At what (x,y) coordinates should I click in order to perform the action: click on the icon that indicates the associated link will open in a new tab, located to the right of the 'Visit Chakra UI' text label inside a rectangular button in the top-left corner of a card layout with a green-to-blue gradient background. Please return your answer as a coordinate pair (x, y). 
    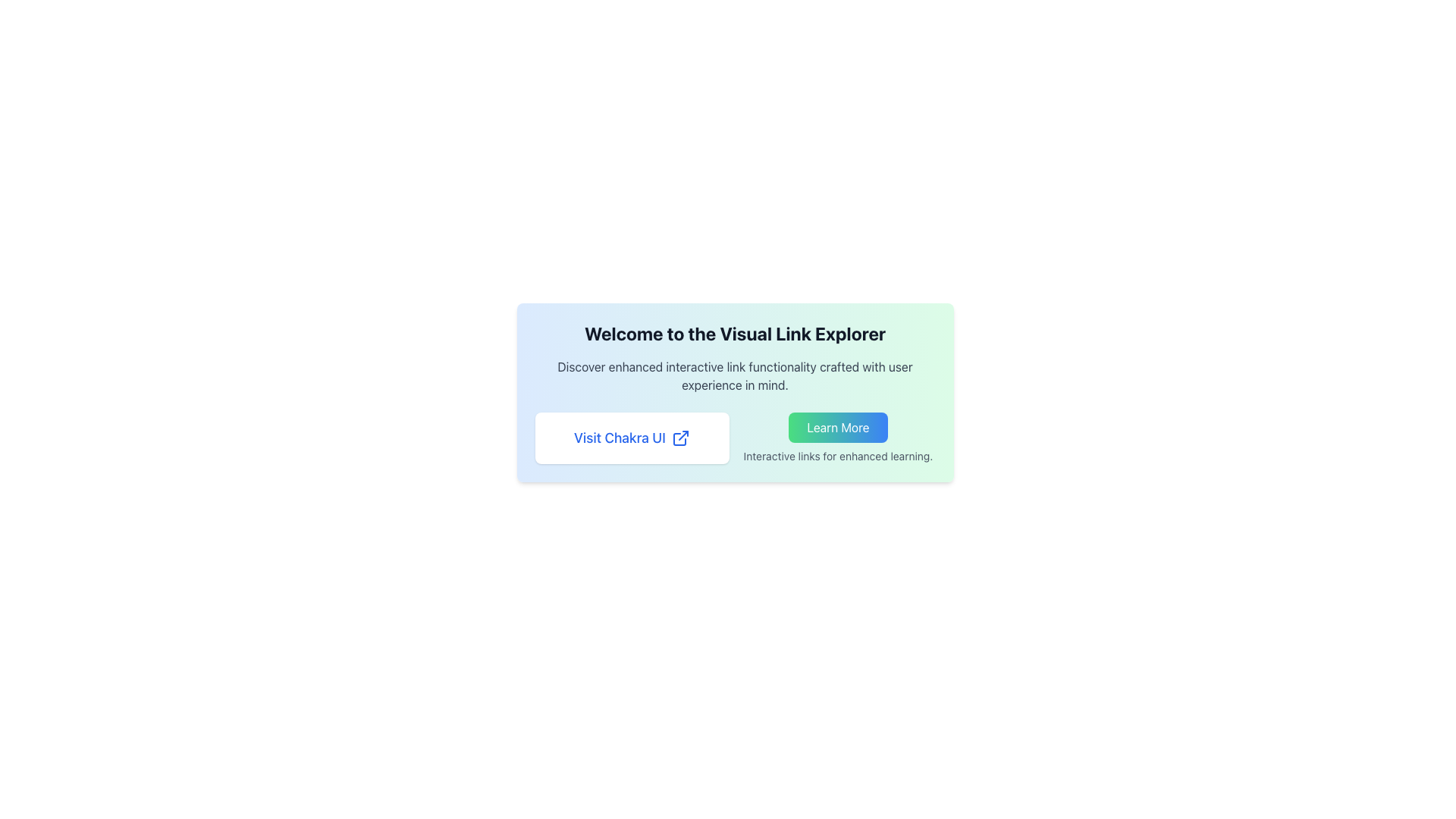
    Looking at the image, I should click on (679, 438).